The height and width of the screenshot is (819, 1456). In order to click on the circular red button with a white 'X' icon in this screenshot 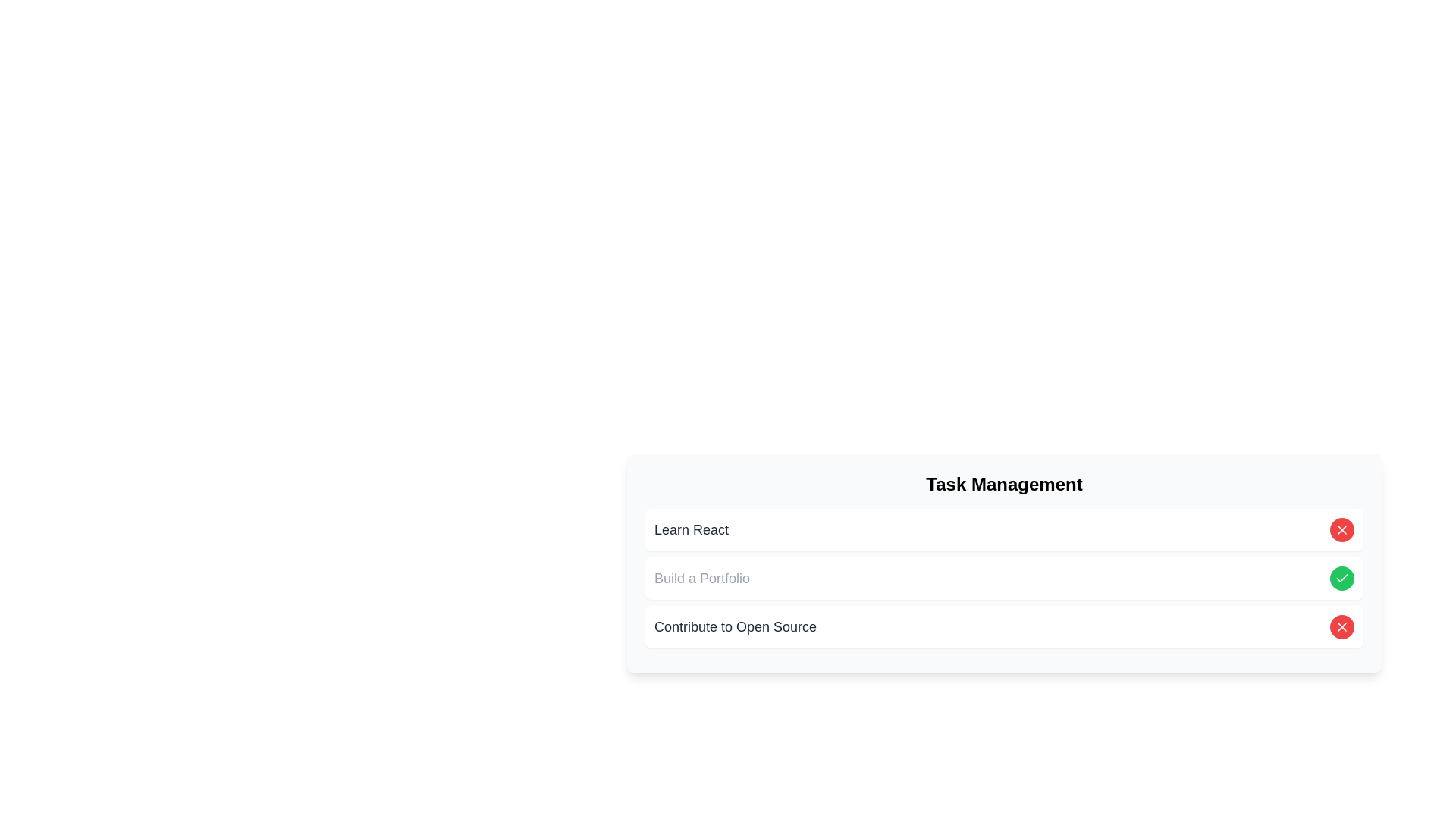, I will do `click(1342, 626)`.